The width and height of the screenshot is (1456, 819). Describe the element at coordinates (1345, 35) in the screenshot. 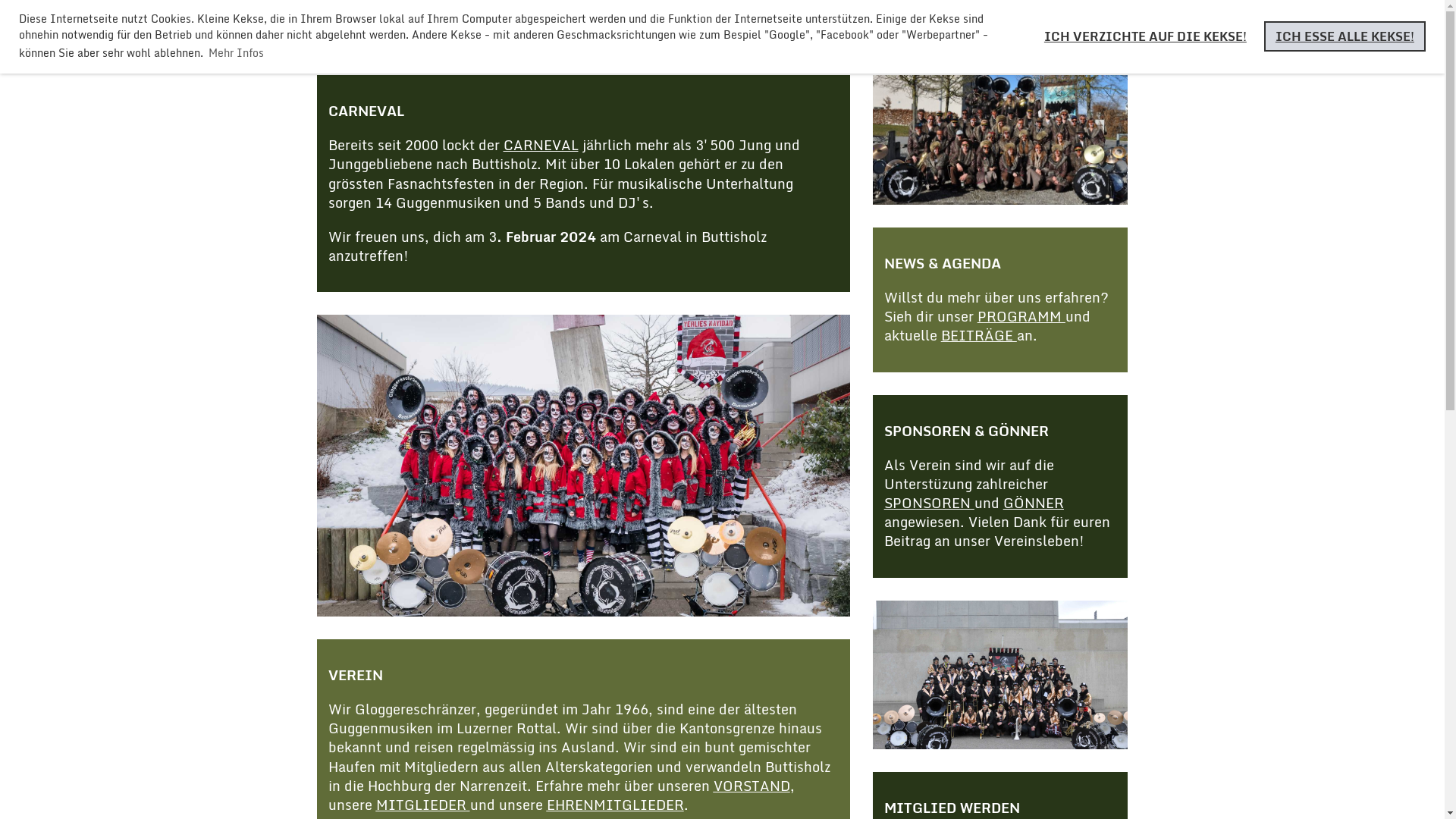

I see `'ICH ESSE ALLE KEKSE!'` at that location.